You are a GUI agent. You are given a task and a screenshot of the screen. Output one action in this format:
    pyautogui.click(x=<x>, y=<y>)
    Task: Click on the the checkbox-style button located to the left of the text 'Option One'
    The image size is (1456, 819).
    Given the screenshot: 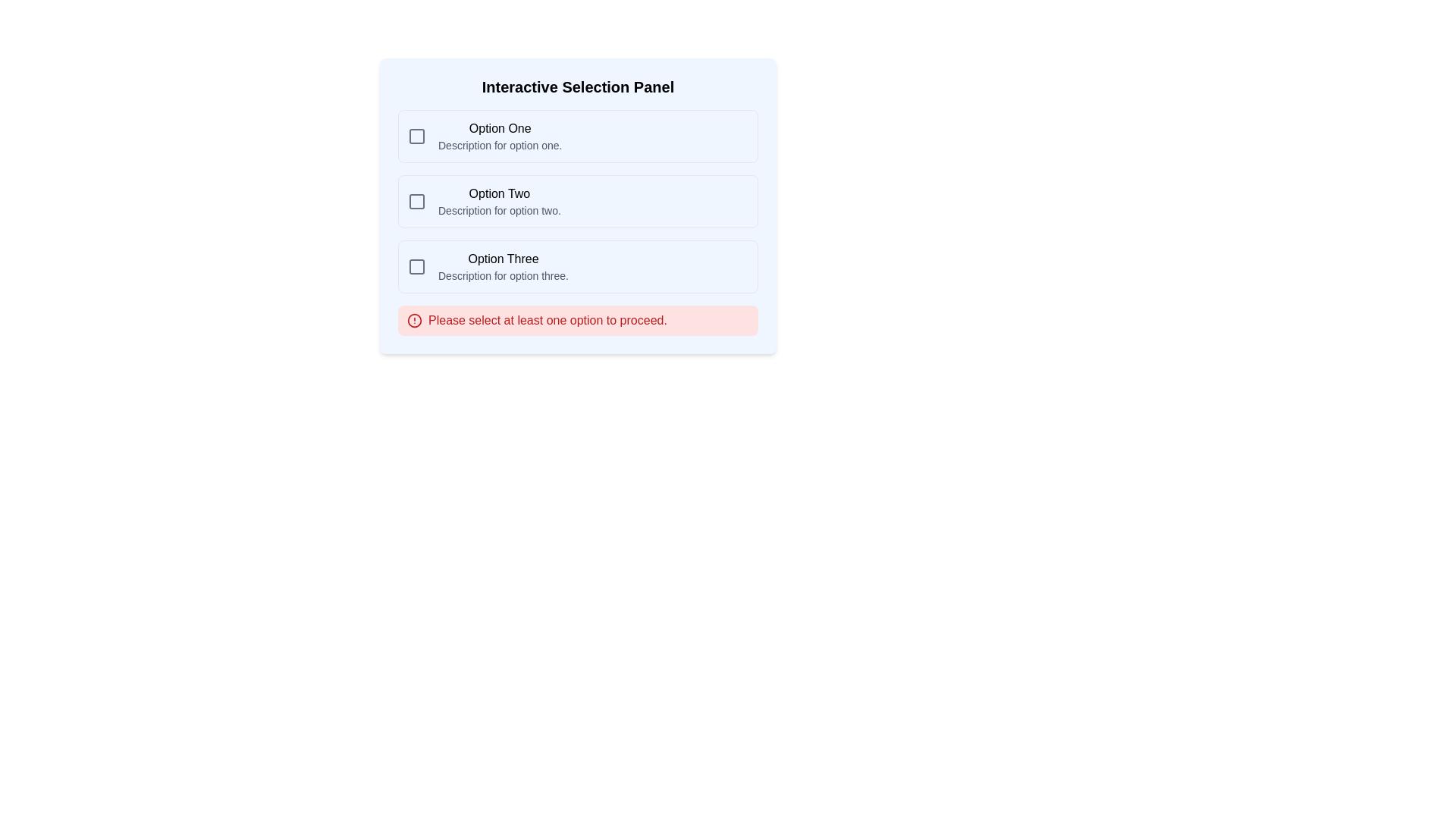 What is the action you would take?
    pyautogui.click(x=417, y=136)
    